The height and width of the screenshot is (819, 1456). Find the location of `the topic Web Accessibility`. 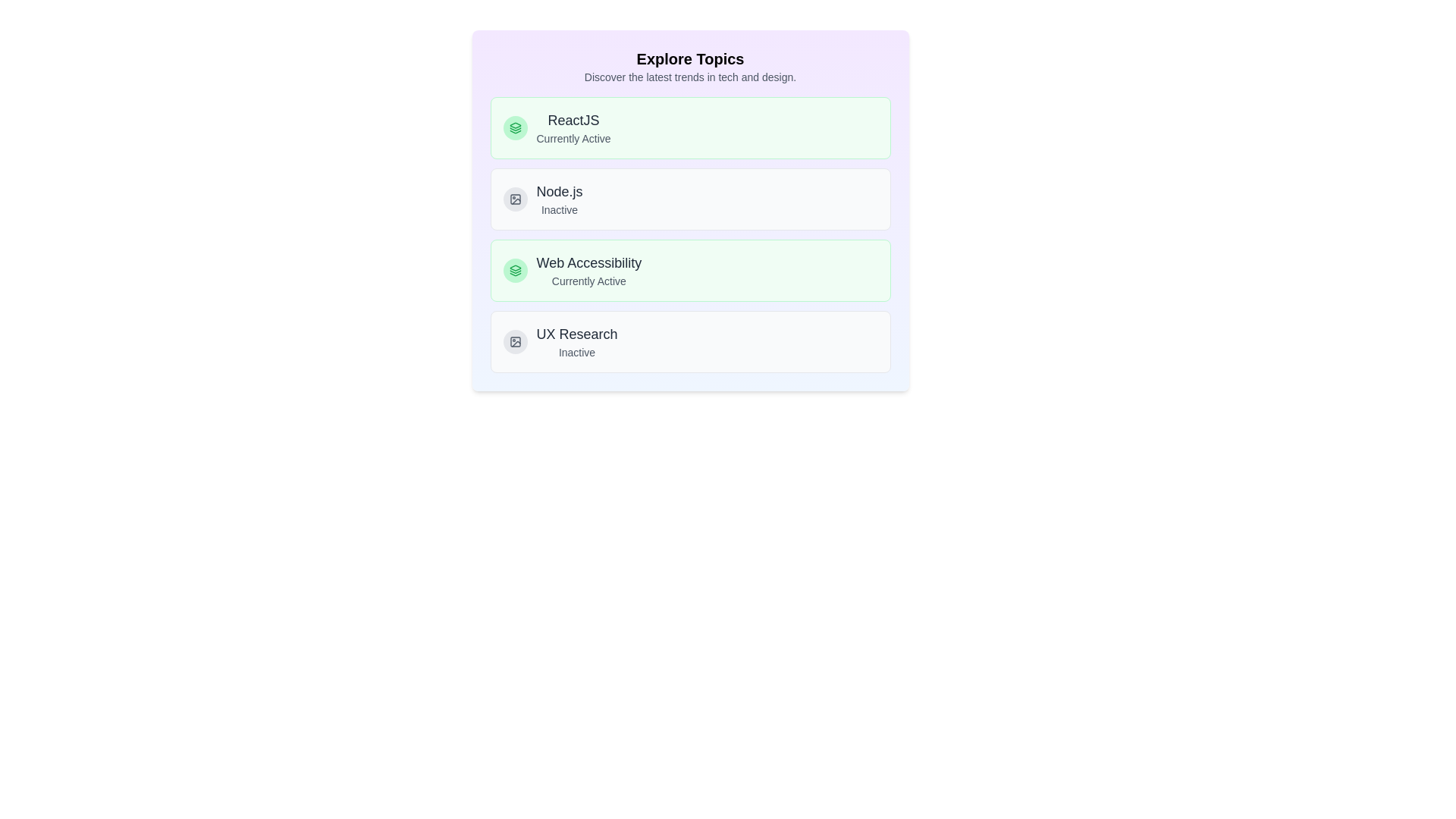

the topic Web Accessibility is located at coordinates (689, 270).